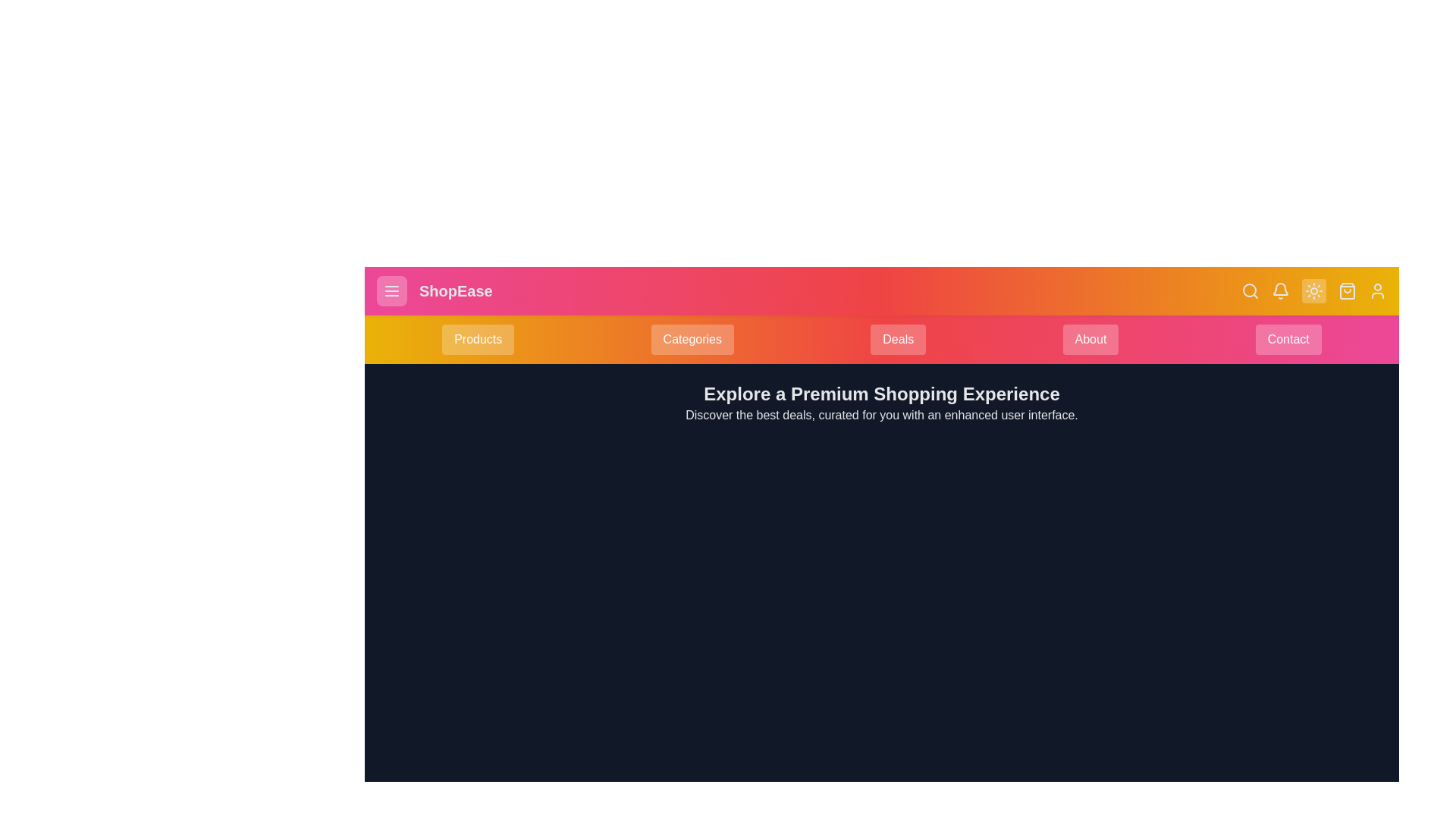  I want to click on the Products button in the navigation bar to navigate to the respective section, so click(476, 338).